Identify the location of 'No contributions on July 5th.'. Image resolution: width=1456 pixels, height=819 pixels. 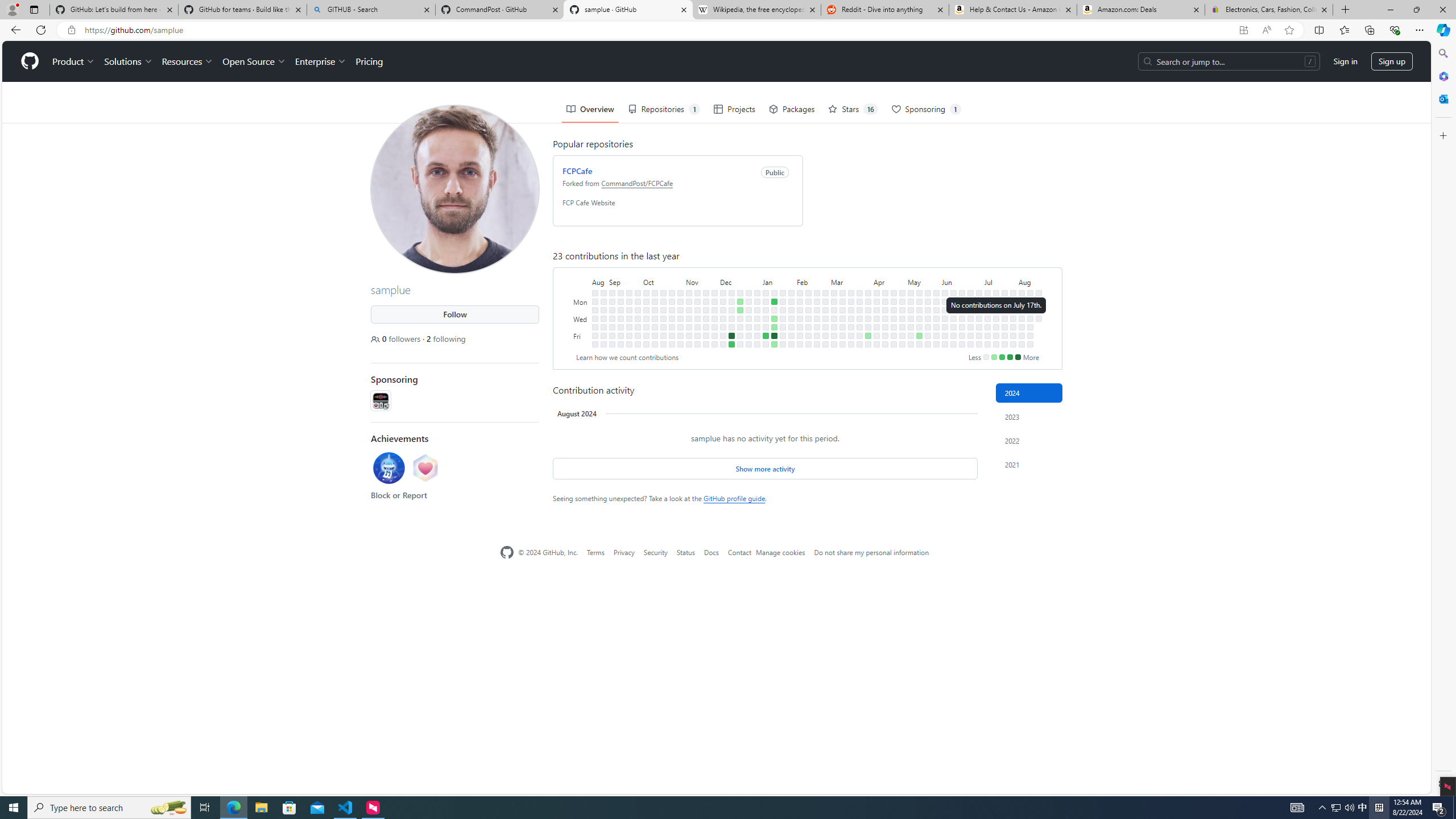
(978, 335).